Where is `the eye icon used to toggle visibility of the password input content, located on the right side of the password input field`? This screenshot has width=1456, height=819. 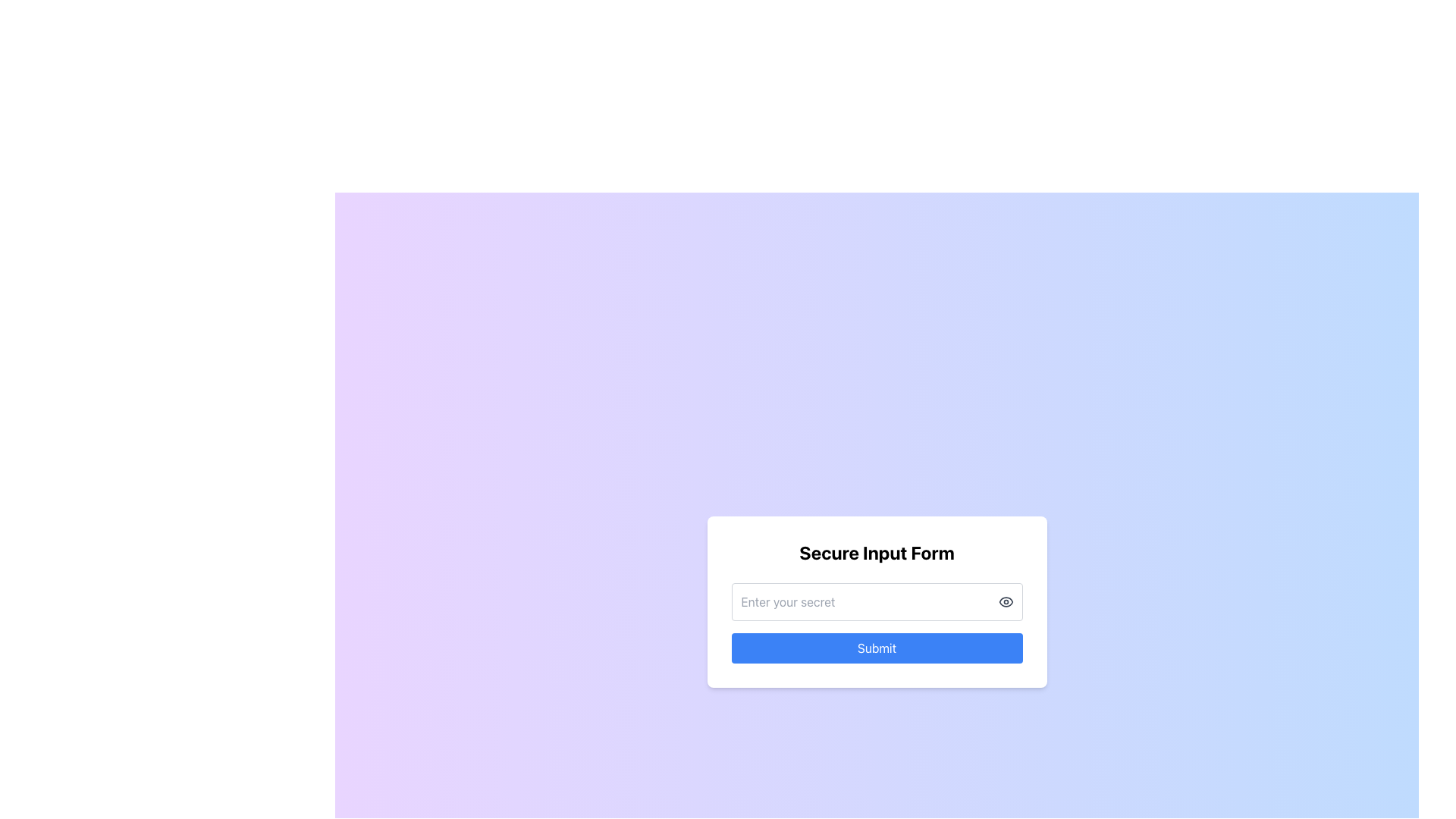 the eye icon used to toggle visibility of the password input content, located on the right side of the password input field is located at coordinates (1006, 601).